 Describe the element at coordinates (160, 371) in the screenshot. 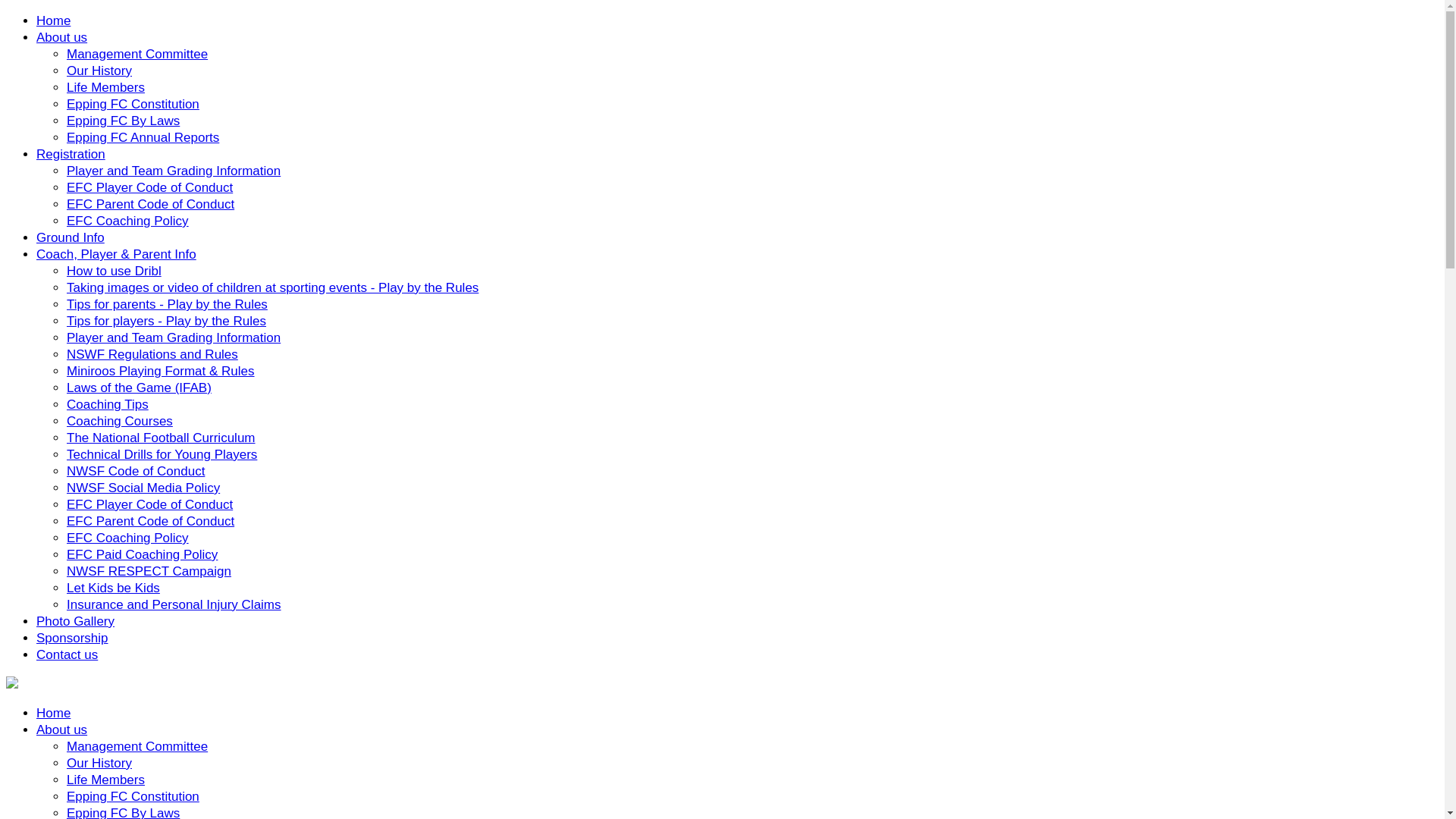

I see `'Miniroos Playing Format & Rules'` at that location.